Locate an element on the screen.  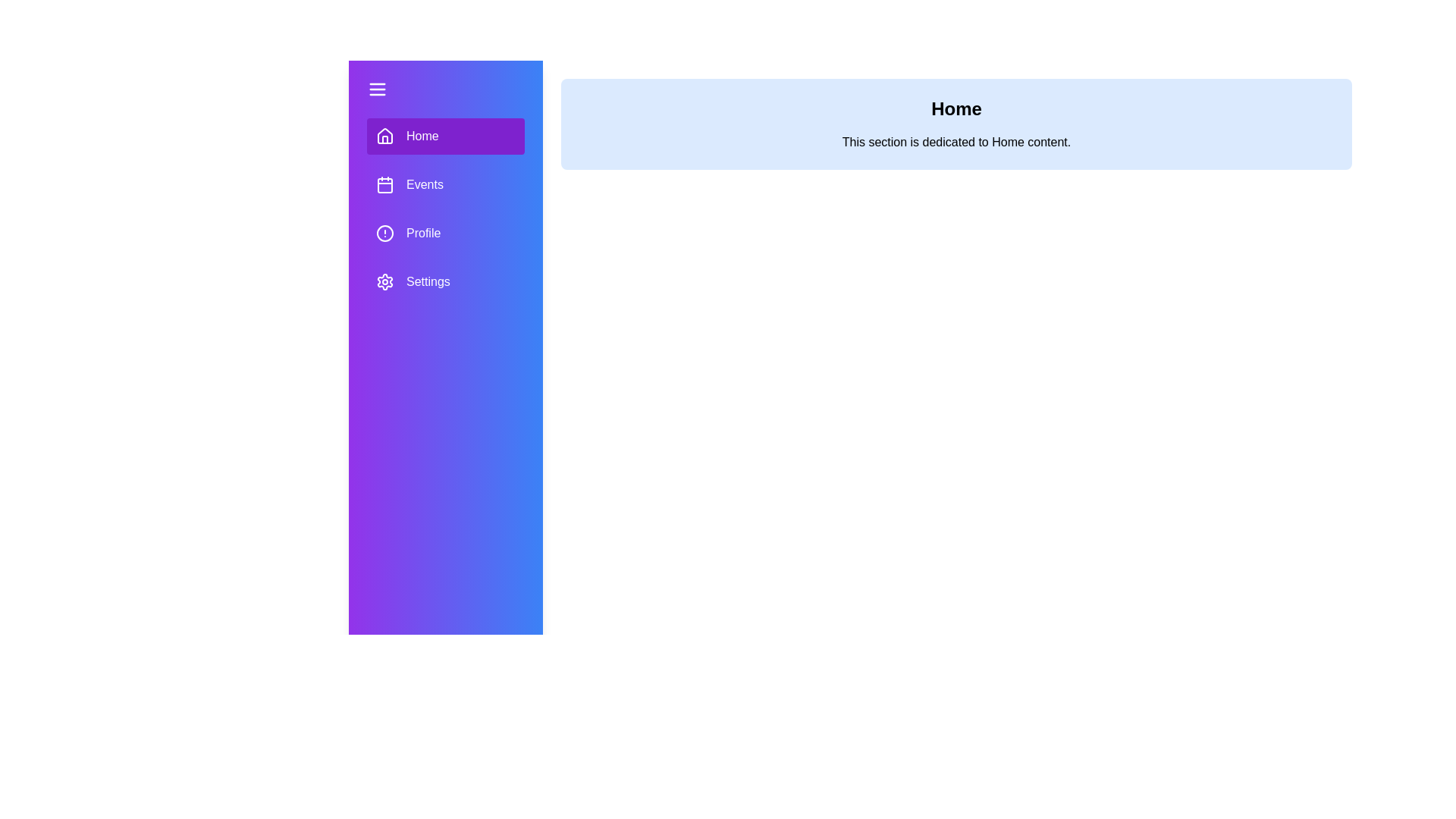
the bold 'Home' text label located at the top center of the light blue section, which is above the description text 'This section is dedicated to Home content.' is located at coordinates (955, 108).